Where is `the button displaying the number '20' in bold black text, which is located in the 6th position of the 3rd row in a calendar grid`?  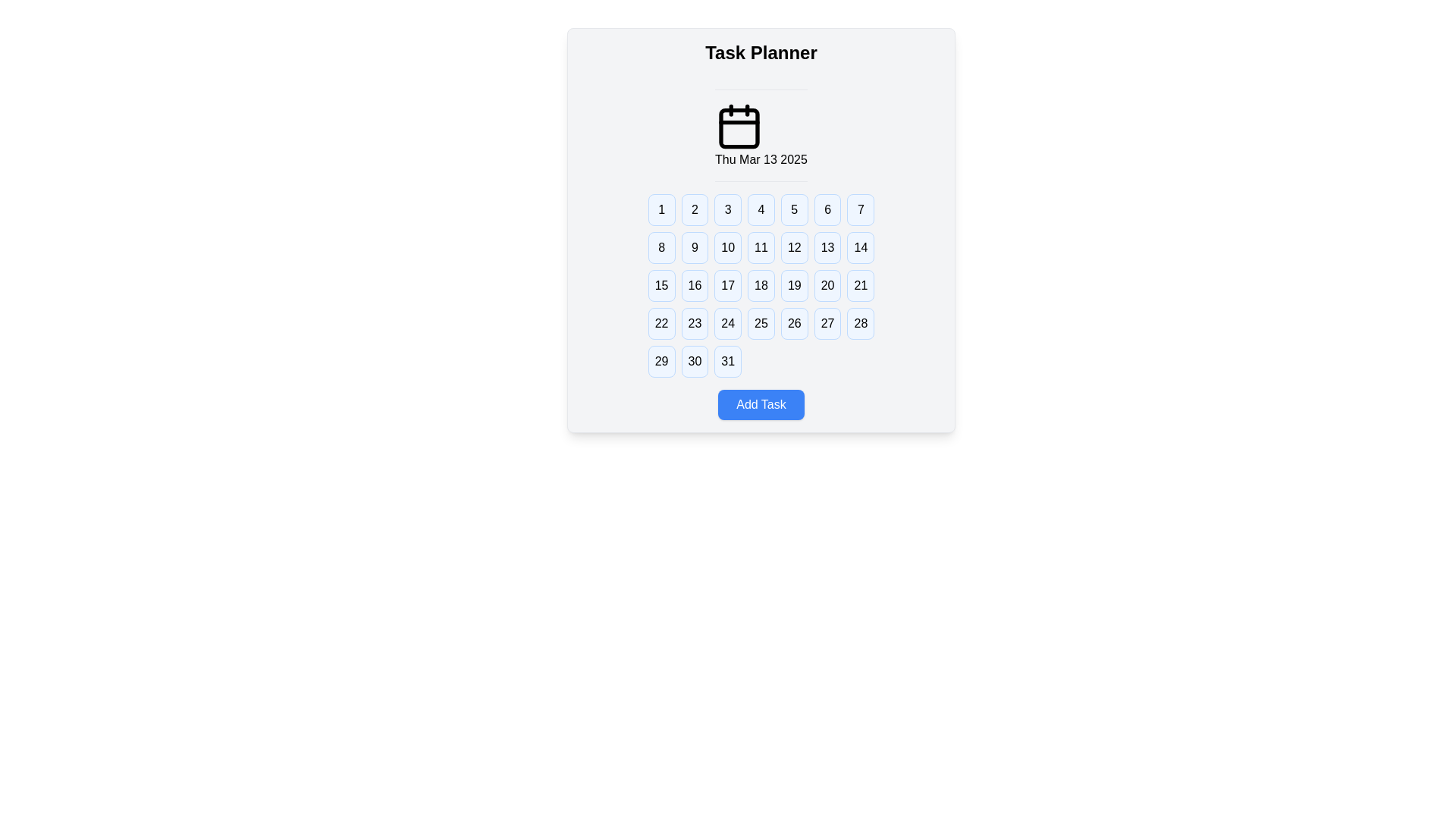
the button displaying the number '20' in bold black text, which is located in the 6th position of the 3rd row in a calendar grid is located at coordinates (827, 286).